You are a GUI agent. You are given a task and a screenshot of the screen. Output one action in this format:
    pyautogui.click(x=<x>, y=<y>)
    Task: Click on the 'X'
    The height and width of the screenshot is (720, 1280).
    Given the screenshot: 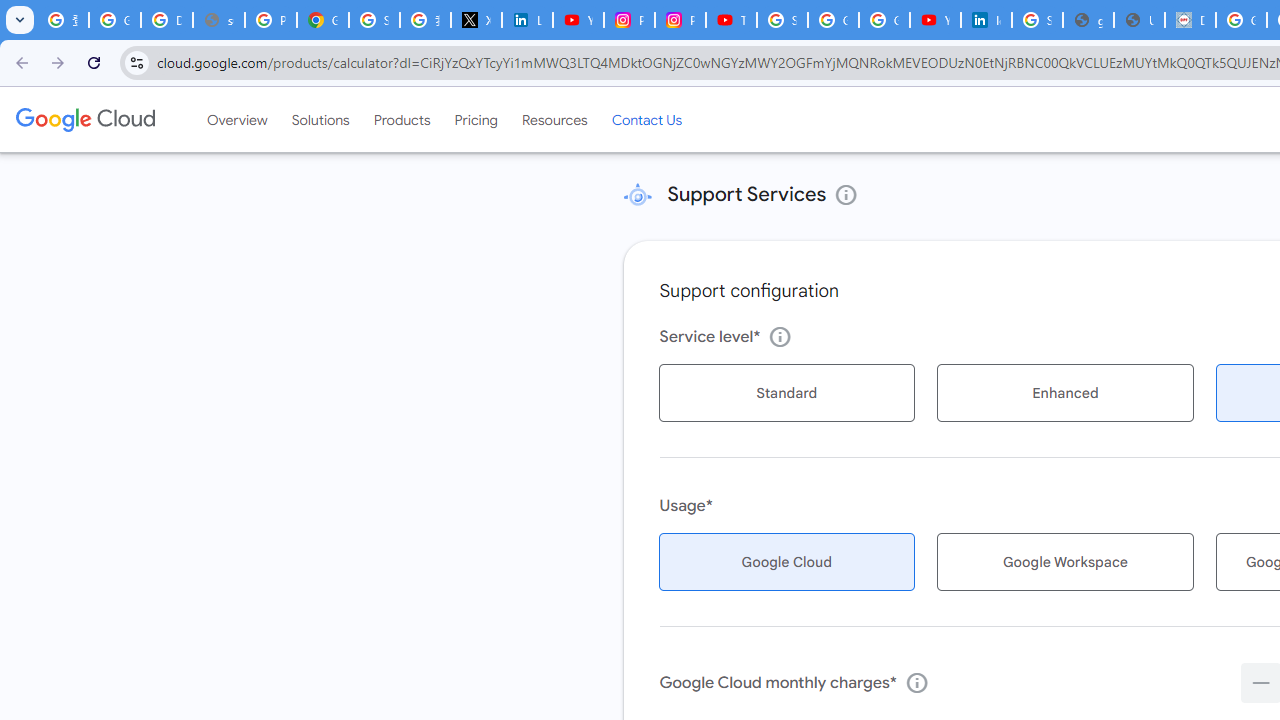 What is the action you would take?
    pyautogui.click(x=475, y=20)
    